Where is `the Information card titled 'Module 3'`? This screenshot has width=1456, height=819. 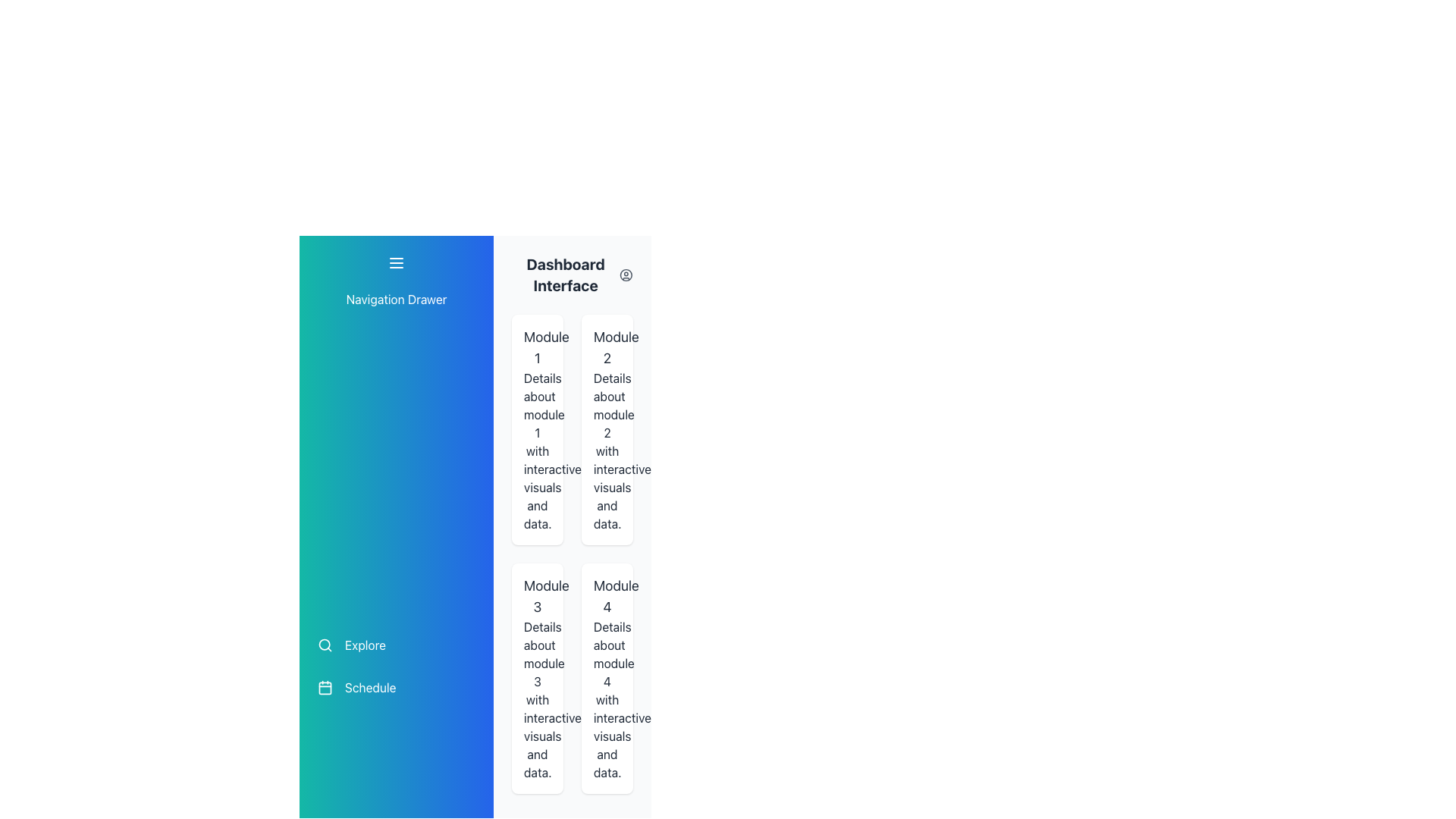 the Information card titled 'Module 3' is located at coordinates (538, 677).